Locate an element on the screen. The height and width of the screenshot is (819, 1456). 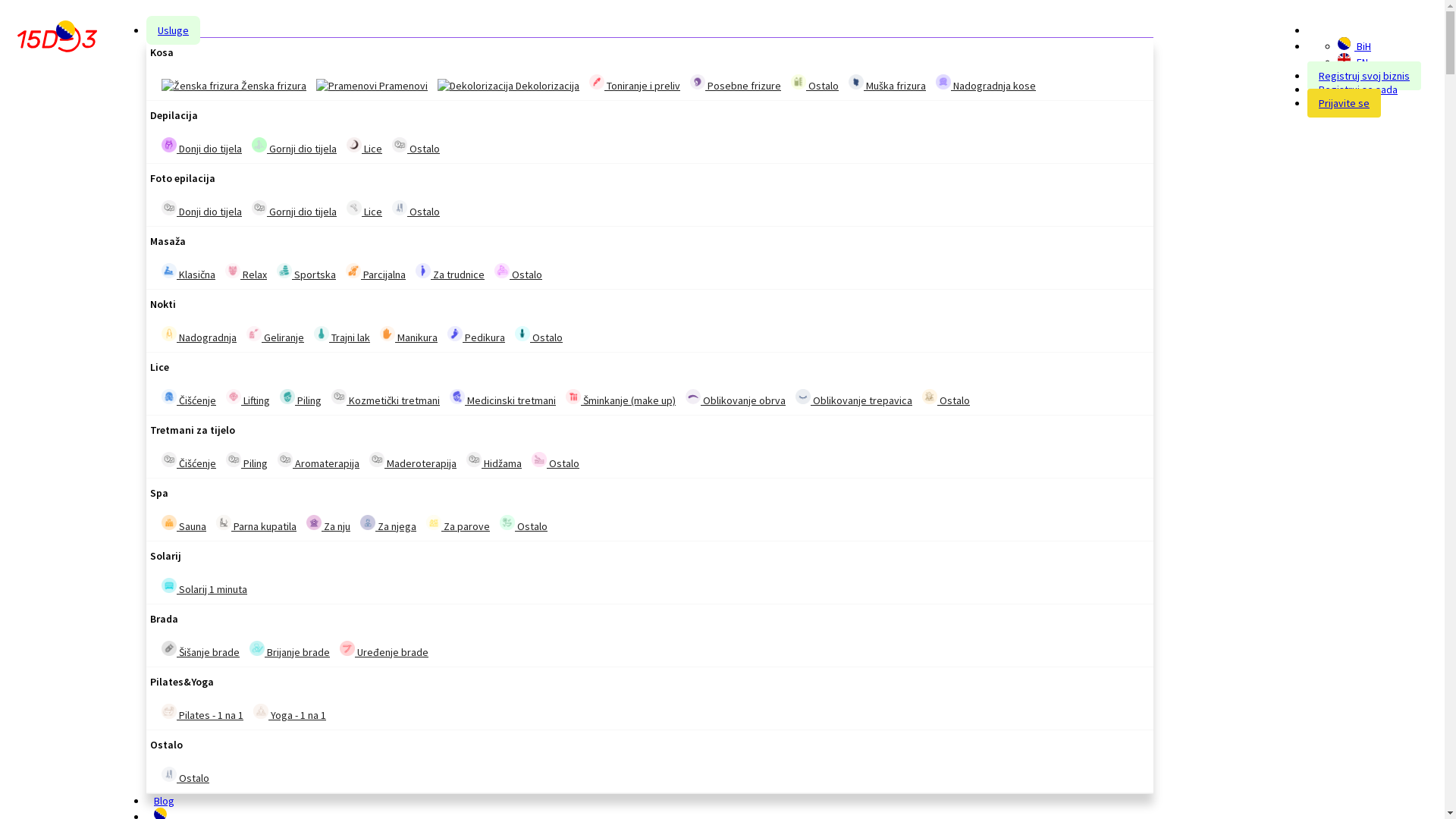
'Yoga - 1 na 1' is located at coordinates (290, 713).